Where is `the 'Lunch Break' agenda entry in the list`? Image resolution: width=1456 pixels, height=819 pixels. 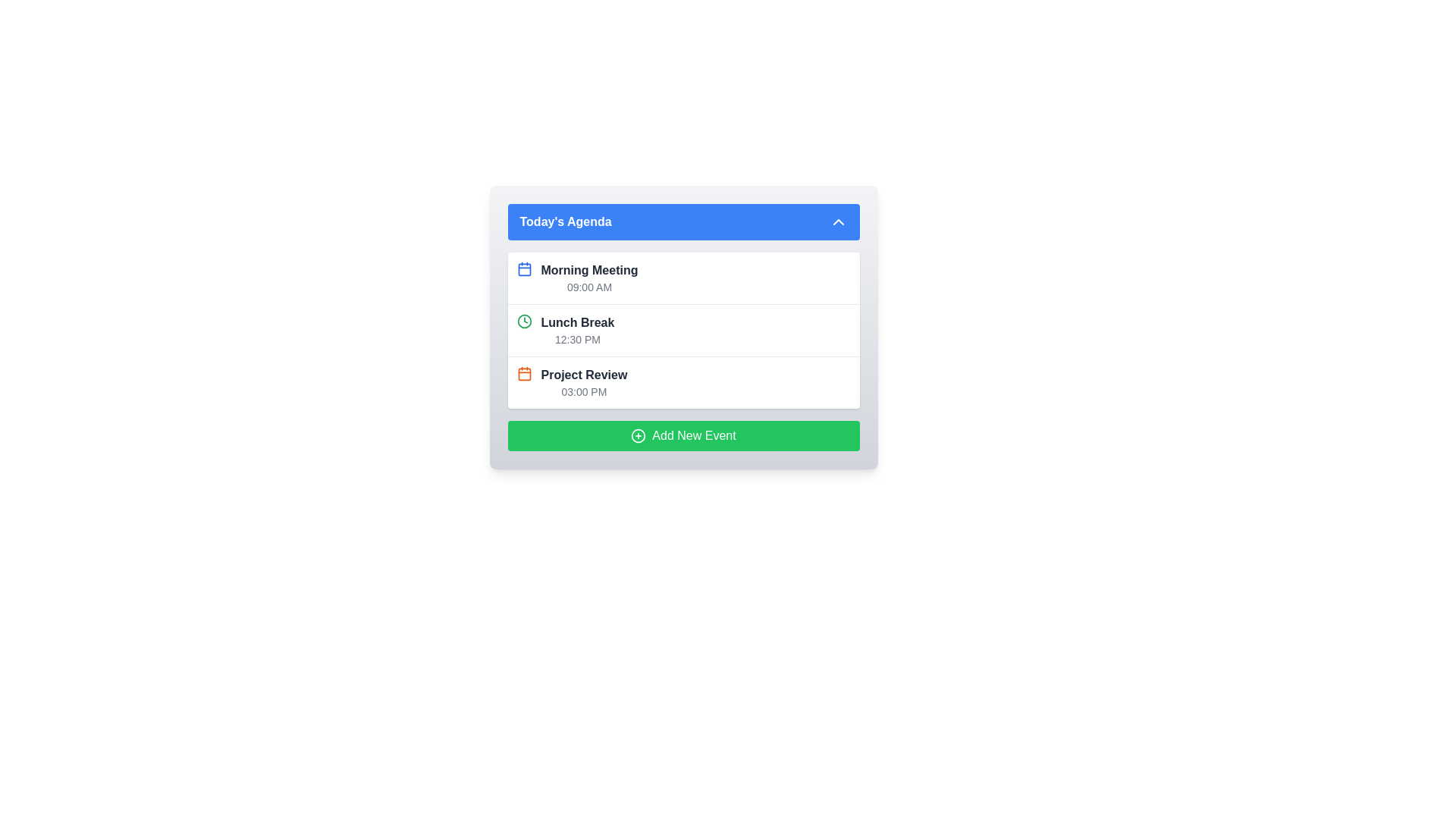
the 'Lunch Break' agenda entry in the list is located at coordinates (682, 327).